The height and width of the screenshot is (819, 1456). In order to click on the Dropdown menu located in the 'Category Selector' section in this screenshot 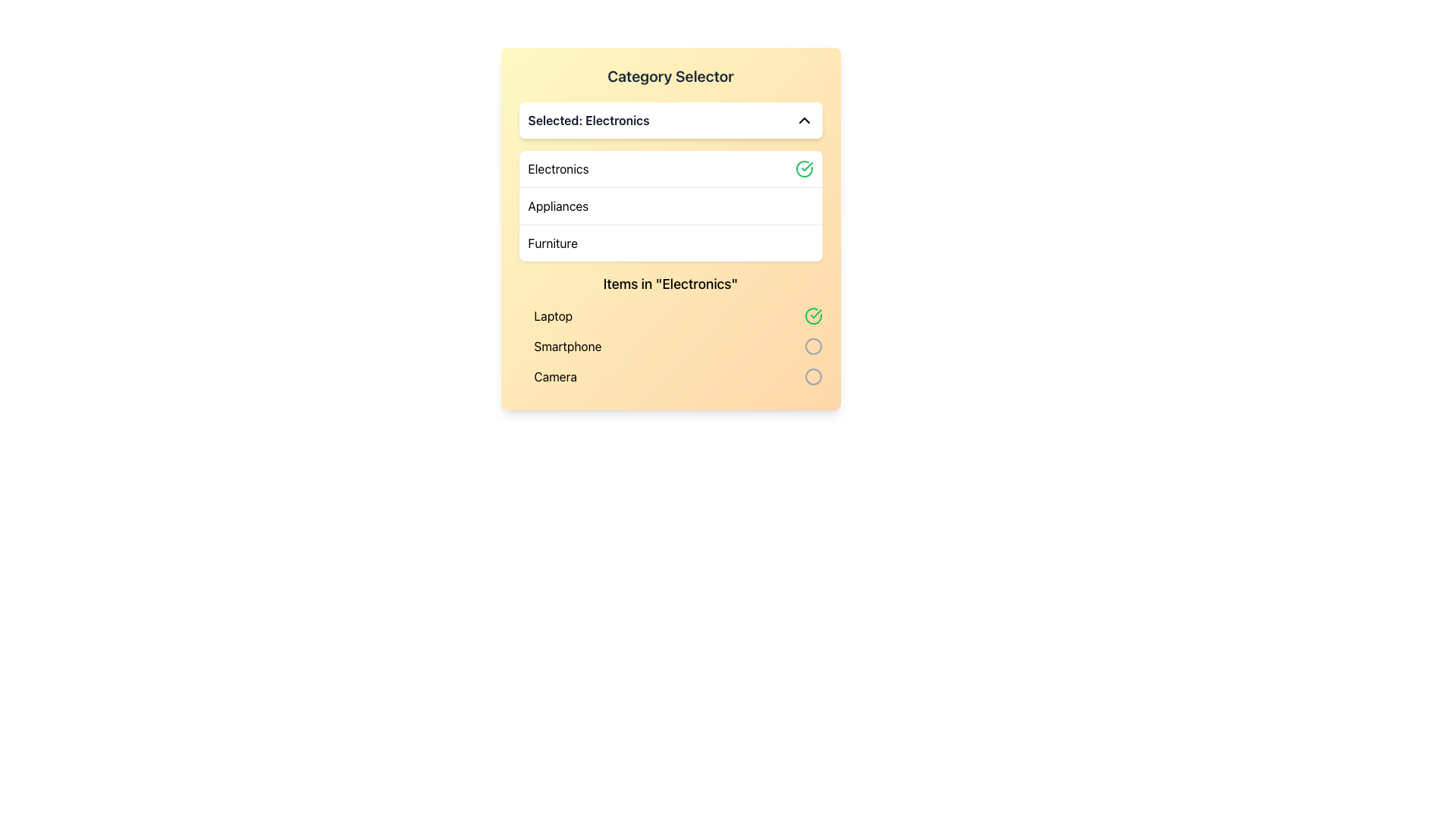, I will do `click(670, 246)`.